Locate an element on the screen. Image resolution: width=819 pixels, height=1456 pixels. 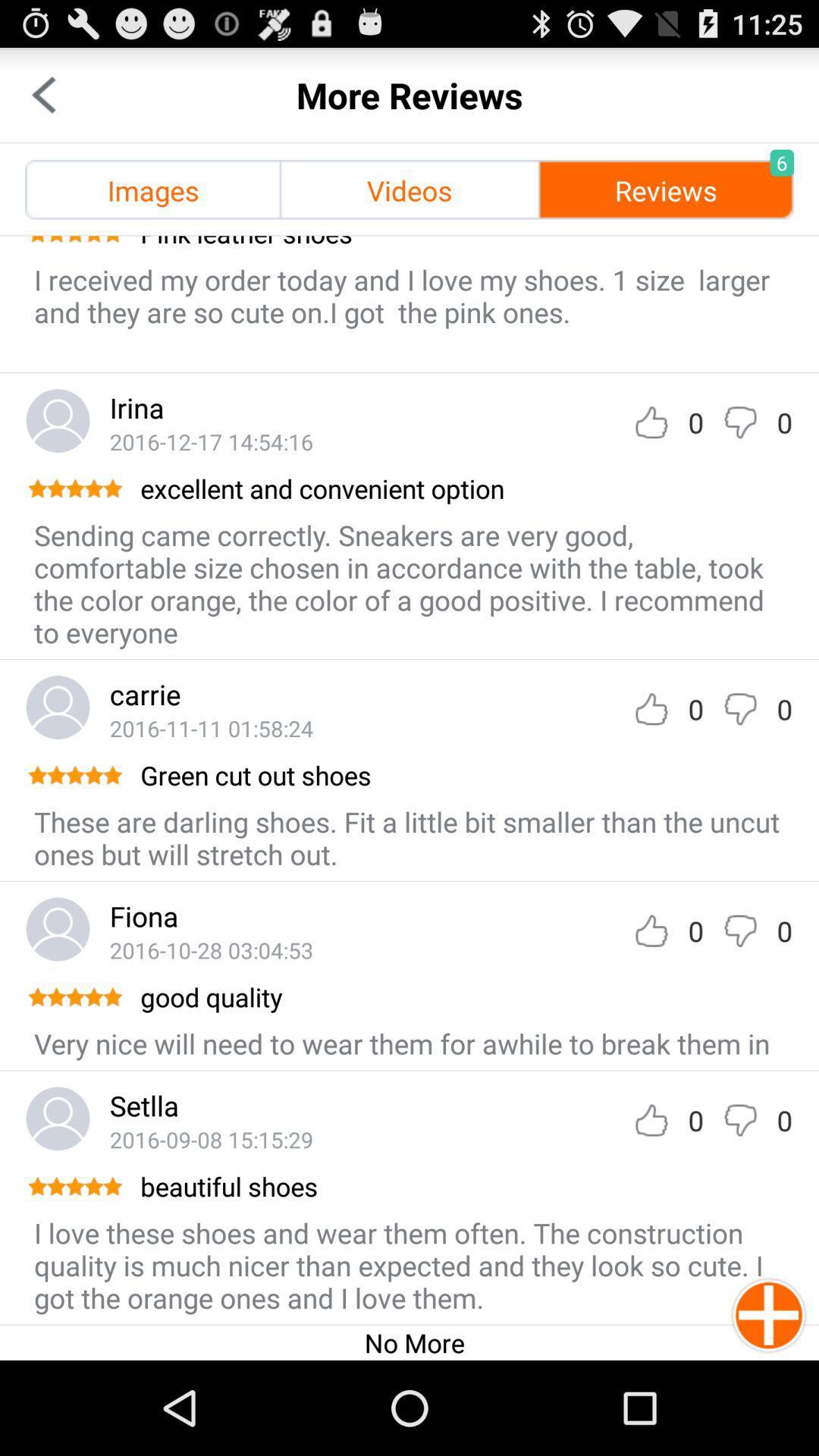
app above sending came correctly icon is located at coordinates (464, 488).